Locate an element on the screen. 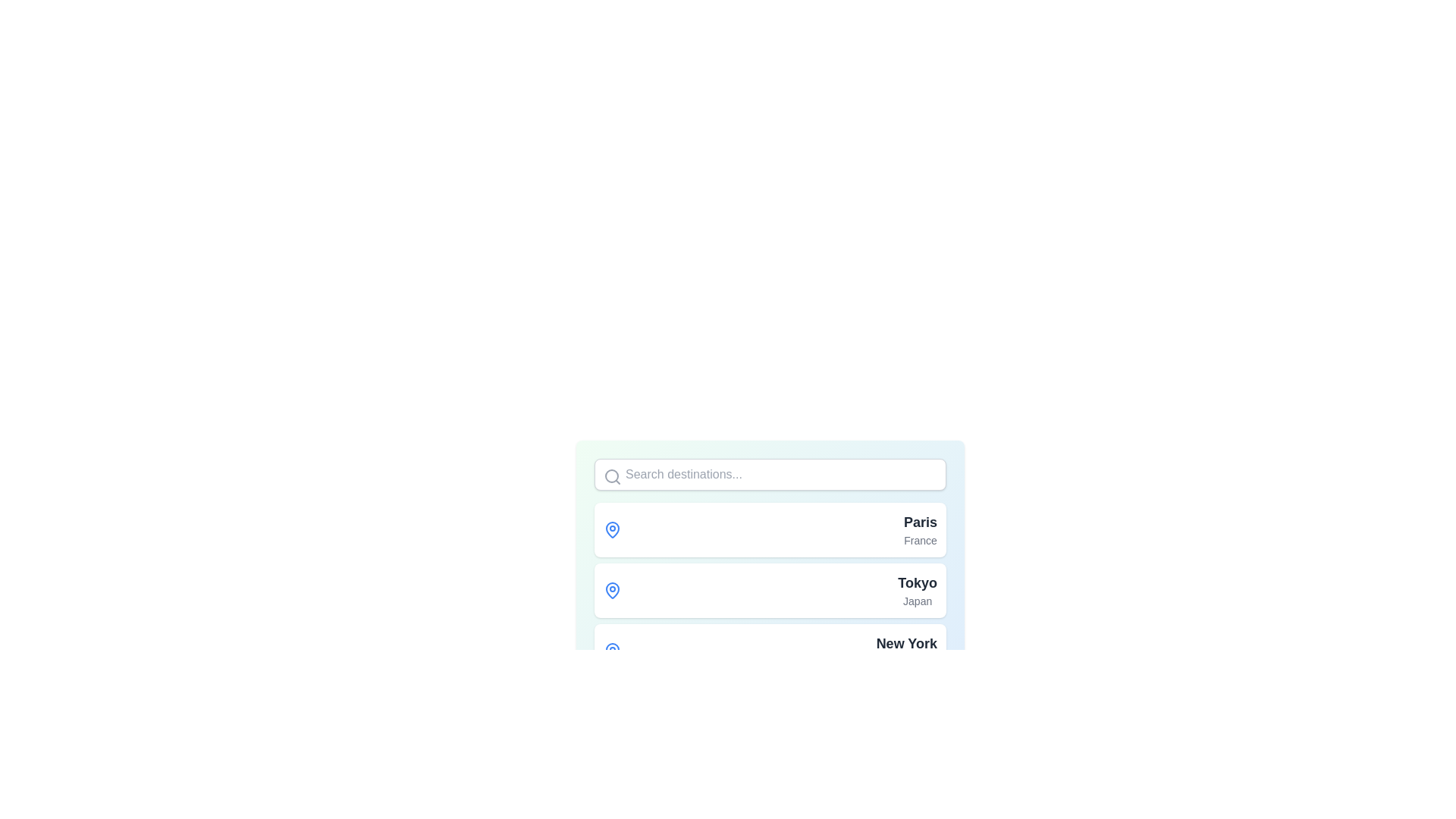 The image size is (1456, 819). the Text display element showing the city-country pair 'Paris, France' is located at coordinates (920, 529).